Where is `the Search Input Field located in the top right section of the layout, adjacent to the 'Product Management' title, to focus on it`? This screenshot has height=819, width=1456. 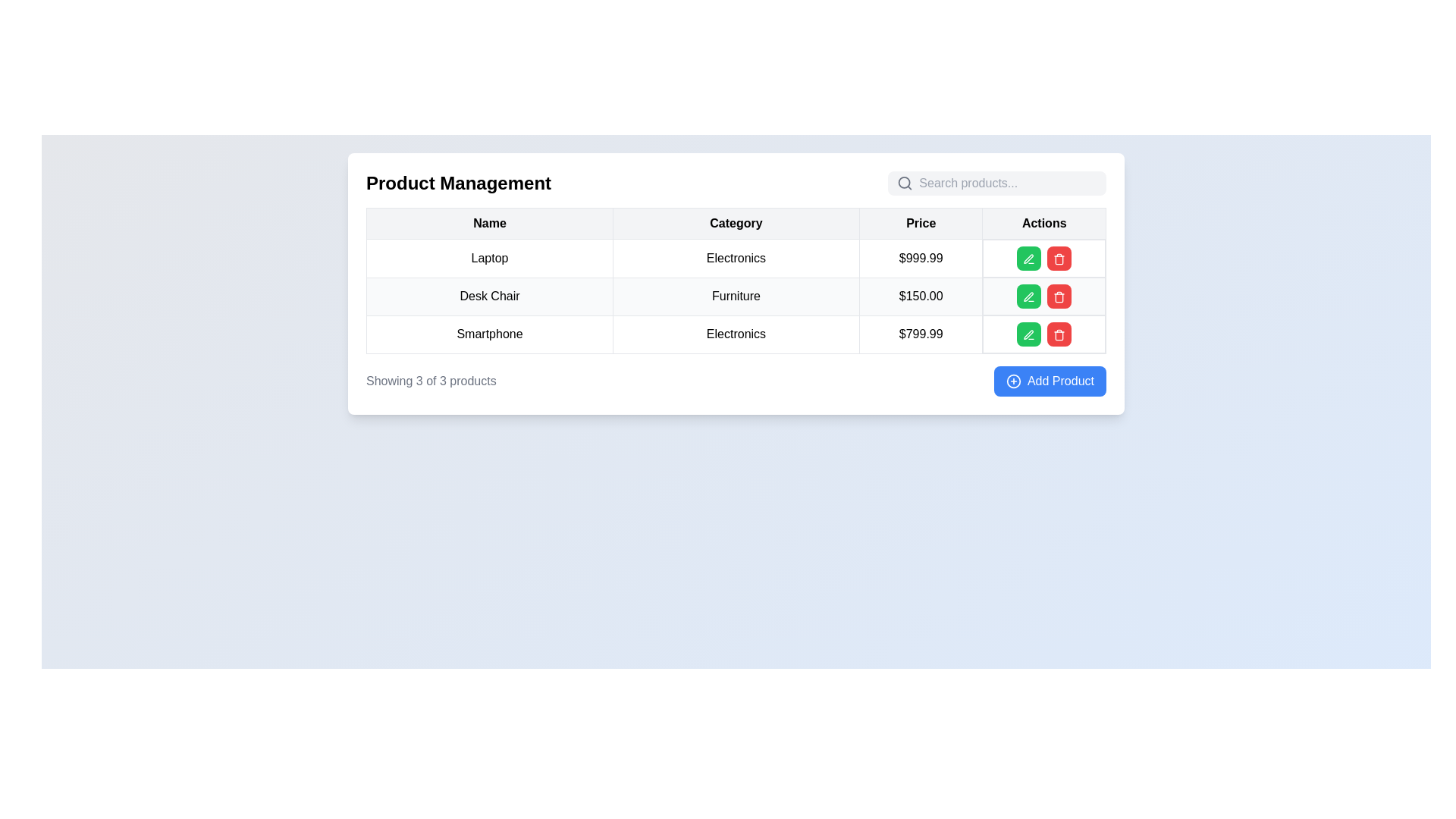
the Search Input Field located in the top right section of the layout, adjacent to the 'Product Management' title, to focus on it is located at coordinates (997, 183).